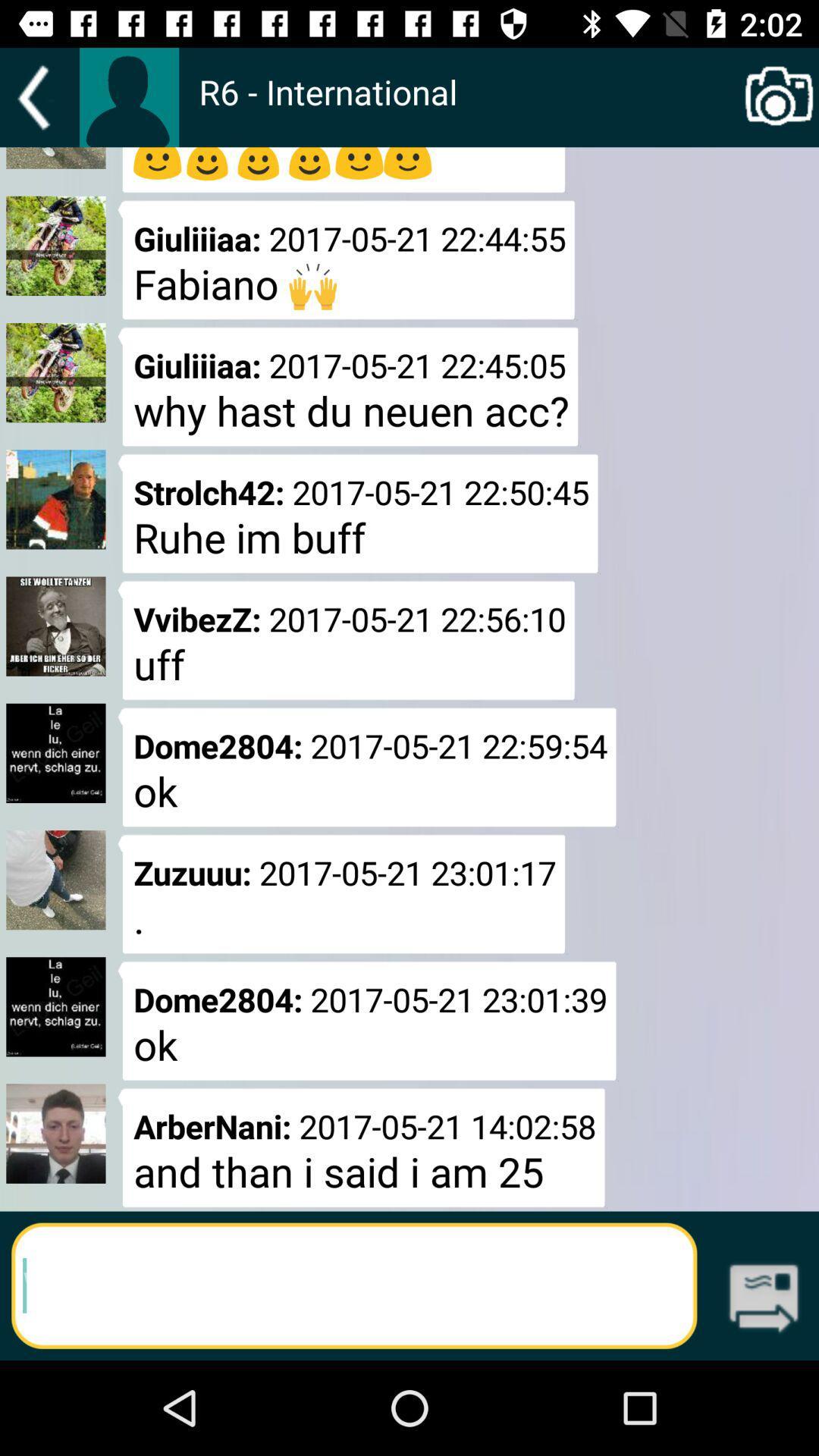 Image resolution: width=819 pixels, height=1456 pixels. Describe the element at coordinates (779, 97) in the screenshot. I see `share an image` at that location.